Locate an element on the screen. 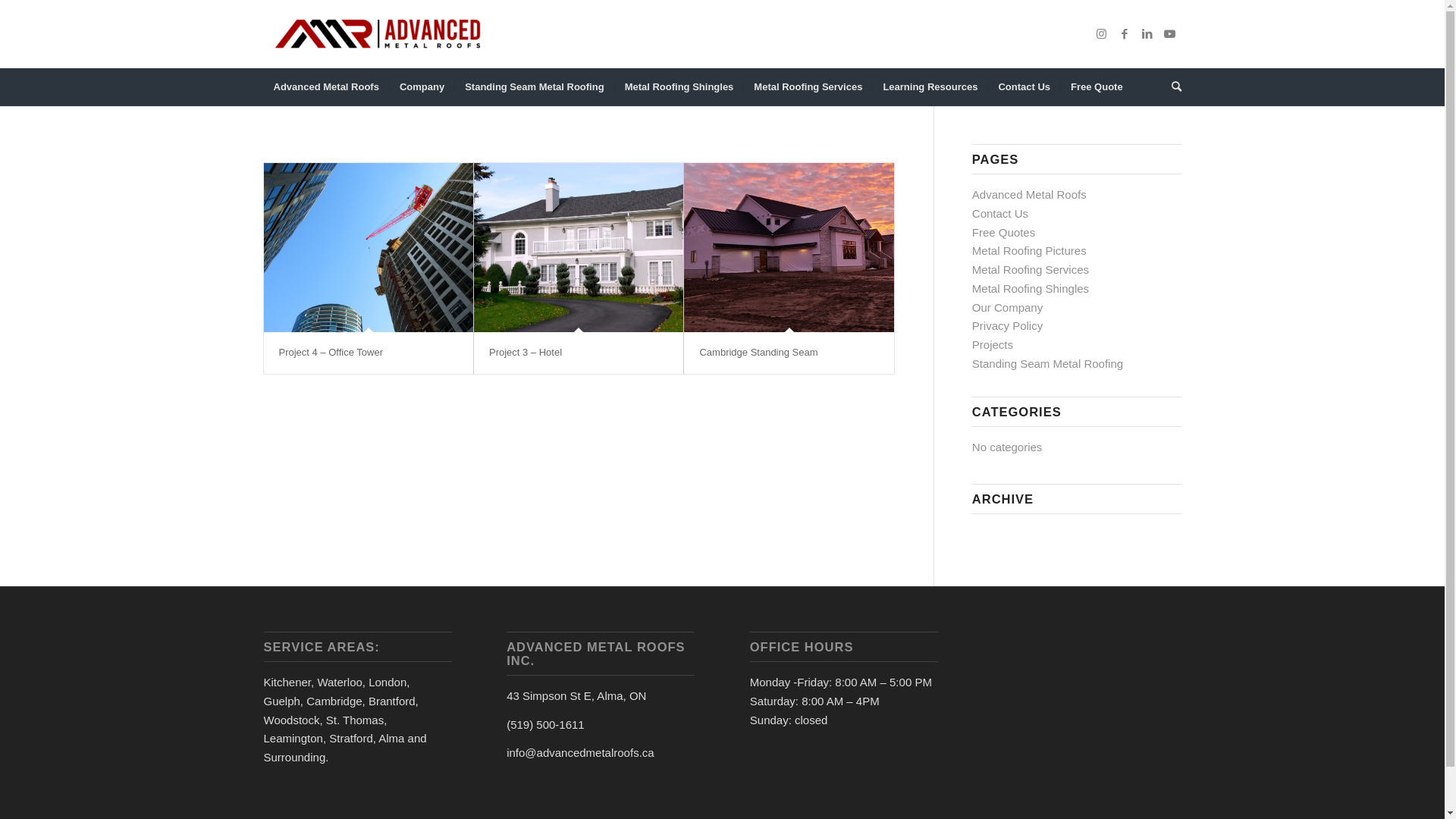 This screenshot has height=819, width=1456. 'Youtube' is located at coordinates (1157, 34).